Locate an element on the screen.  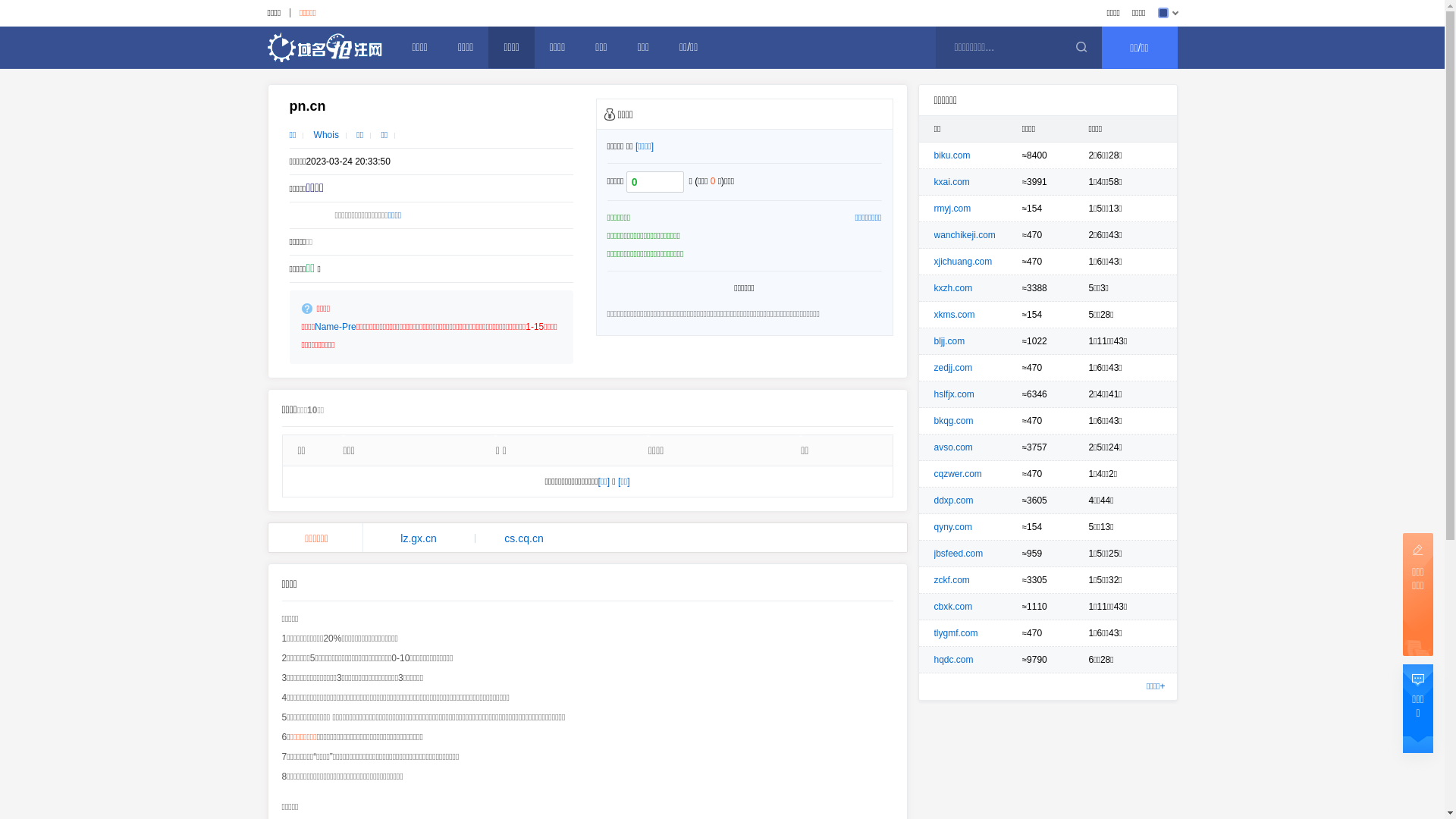
'xjichuang.com' is located at coordinates (962, 260).